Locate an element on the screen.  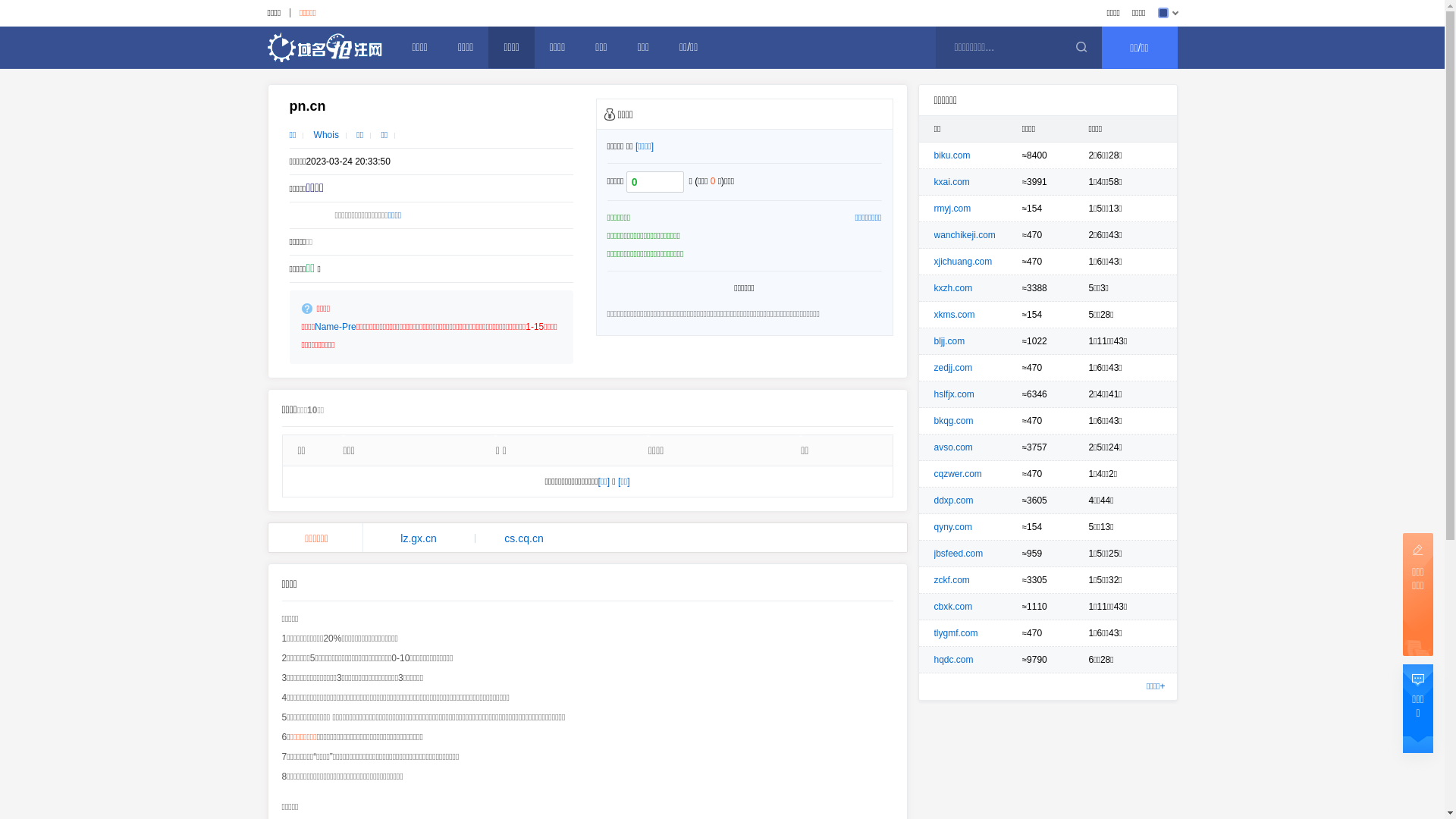
'xjichuang.com' is located at coordinates (962, 260).